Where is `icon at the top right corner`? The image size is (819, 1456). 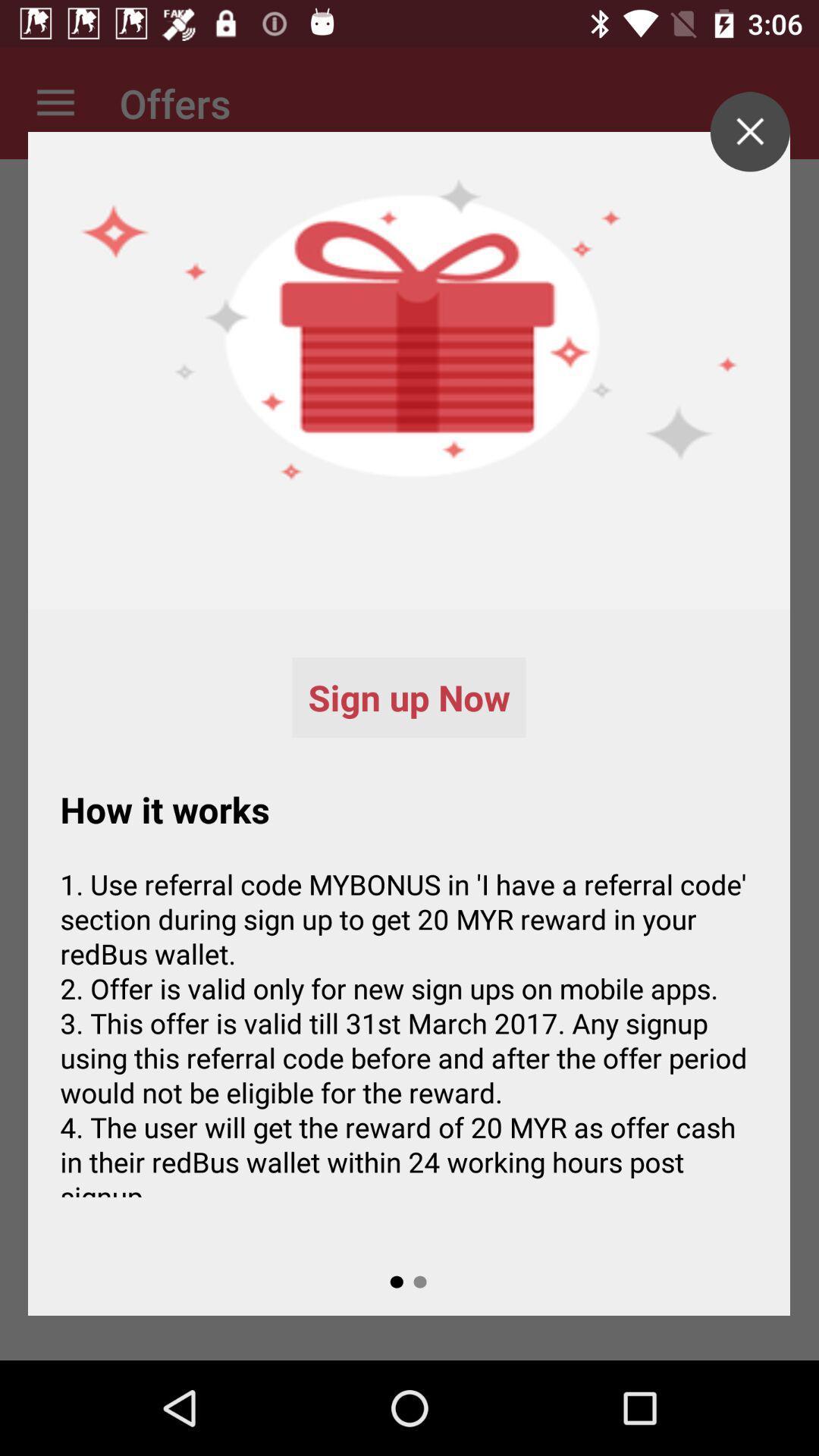 icon at the top right corner is located at coordinates (749, 131).